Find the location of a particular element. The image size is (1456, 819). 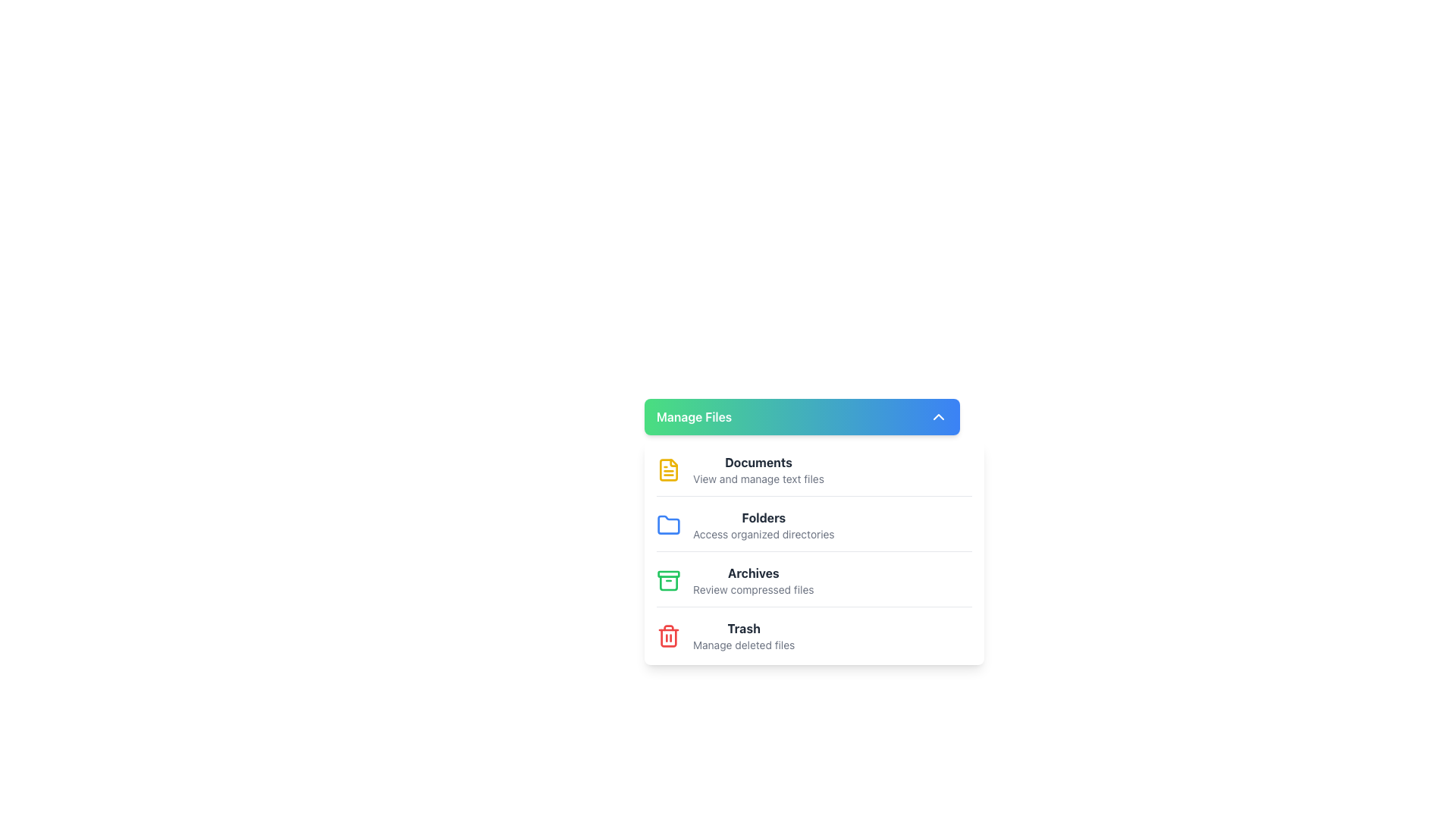

the red trash can icon located in the bottom section of the dropdown menu under the 'Trash' category is located at coordinates (668, 636).